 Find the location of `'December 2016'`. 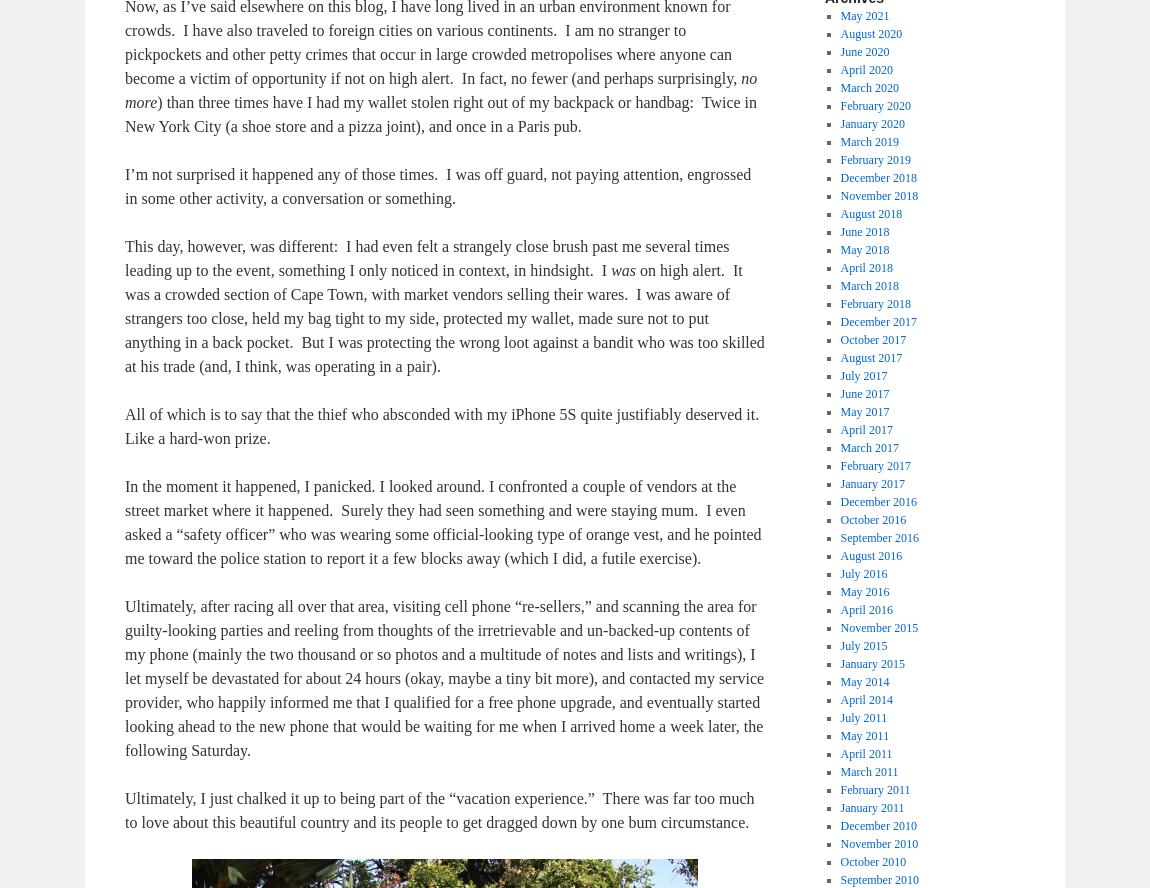

'December 2016' is located at coordinates (878, 500).